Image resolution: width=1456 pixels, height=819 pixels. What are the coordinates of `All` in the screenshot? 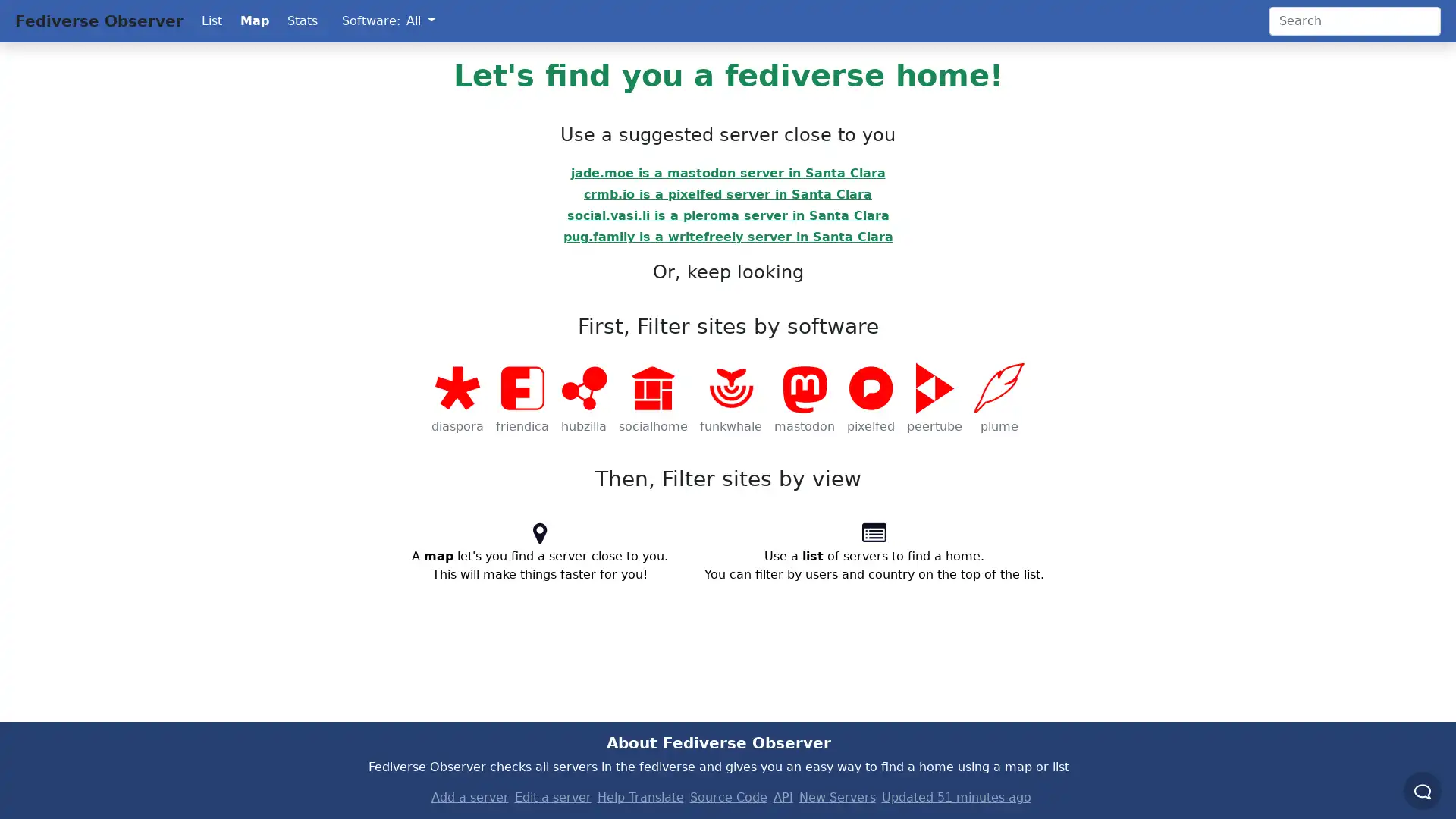 It's located at (420, 20).